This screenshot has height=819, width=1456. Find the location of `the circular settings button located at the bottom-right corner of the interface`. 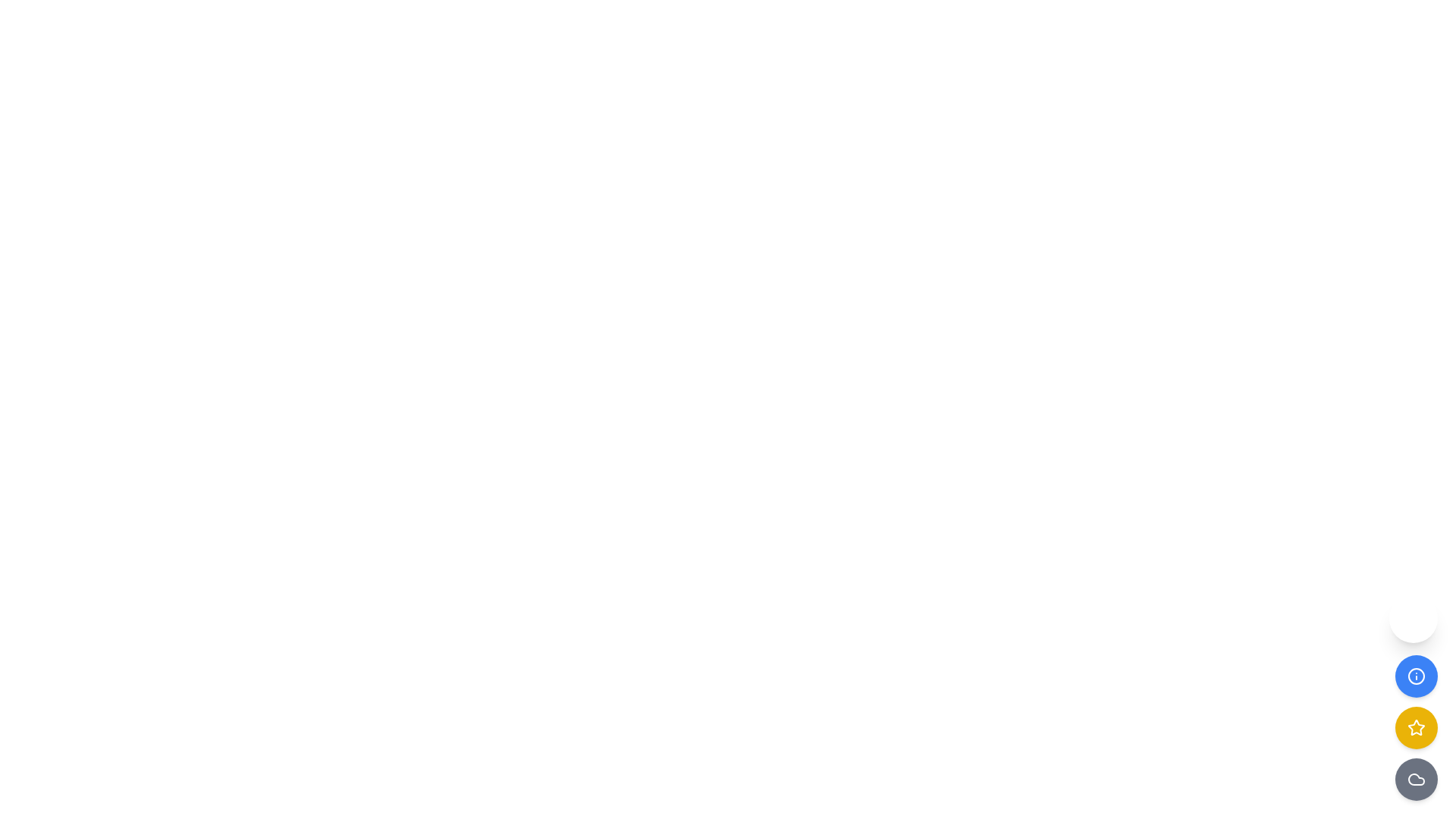

the circular settings button located at the bottom-right corner of the interface is located at coordinates (1412, 619).